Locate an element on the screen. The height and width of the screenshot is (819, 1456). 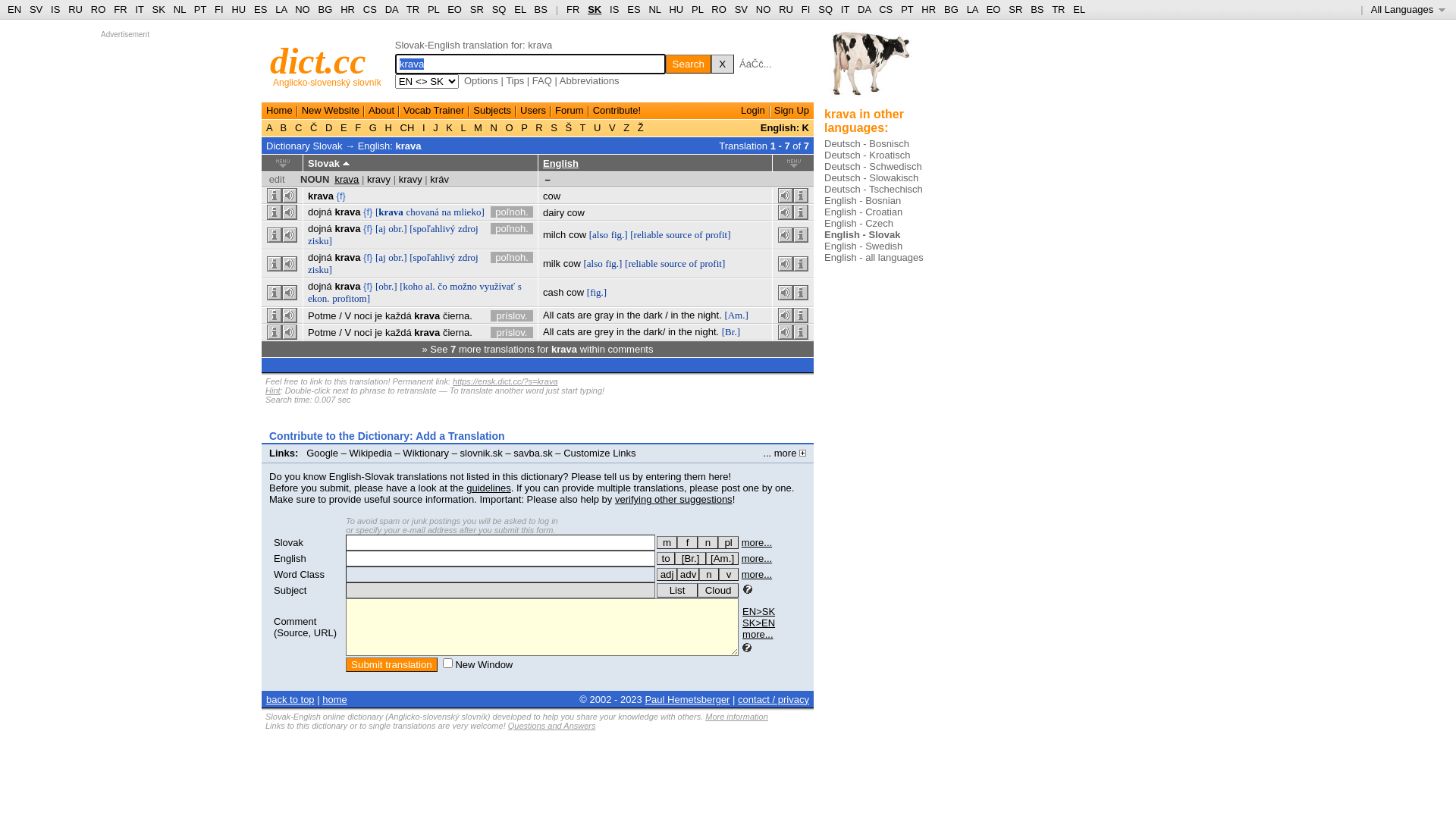
'source' is located at coordinates (673, 262).